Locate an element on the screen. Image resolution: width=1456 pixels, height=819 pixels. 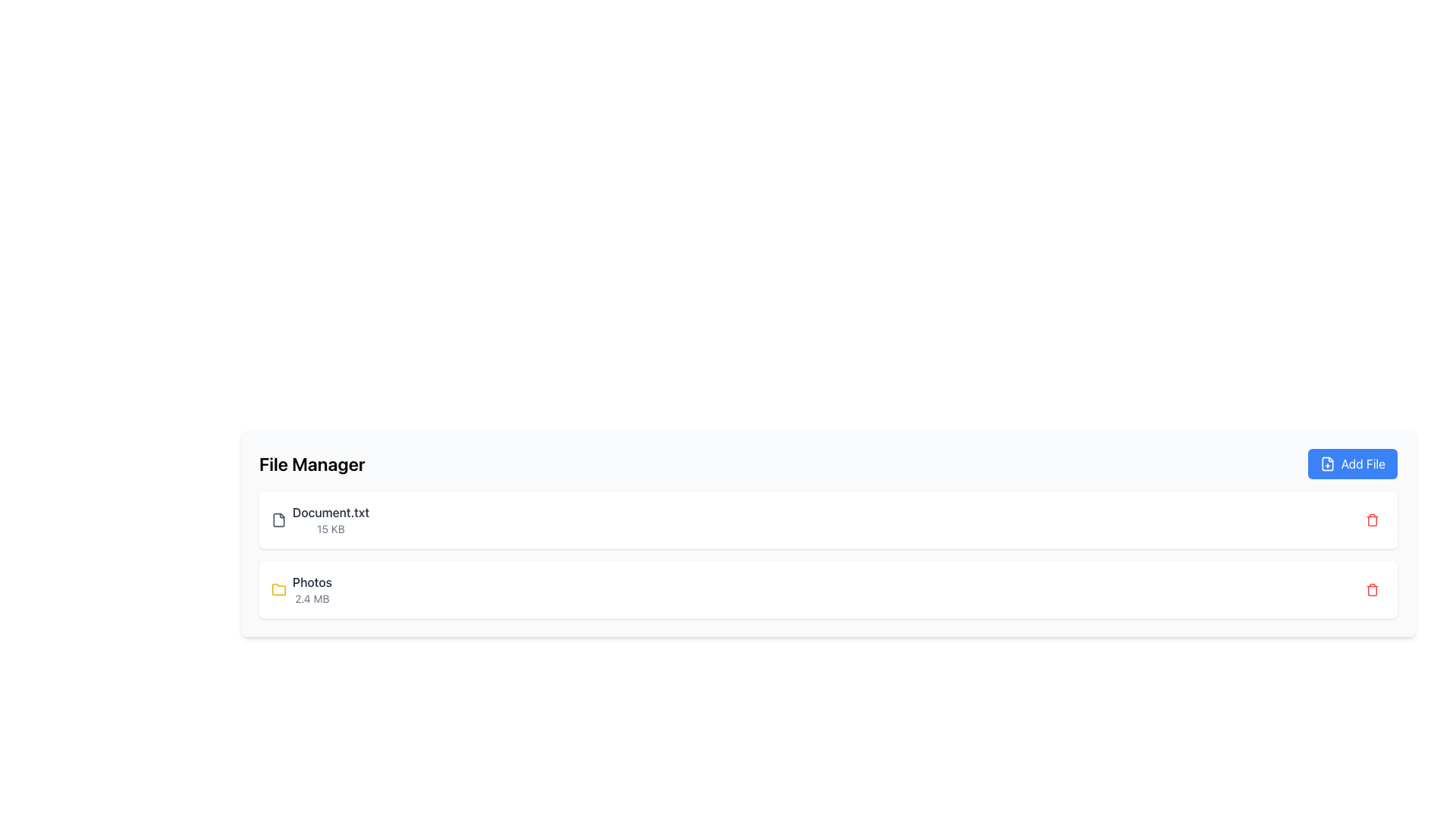
the 'Photos' folder entry in the File Manager section is located at coordinates (302, 589).